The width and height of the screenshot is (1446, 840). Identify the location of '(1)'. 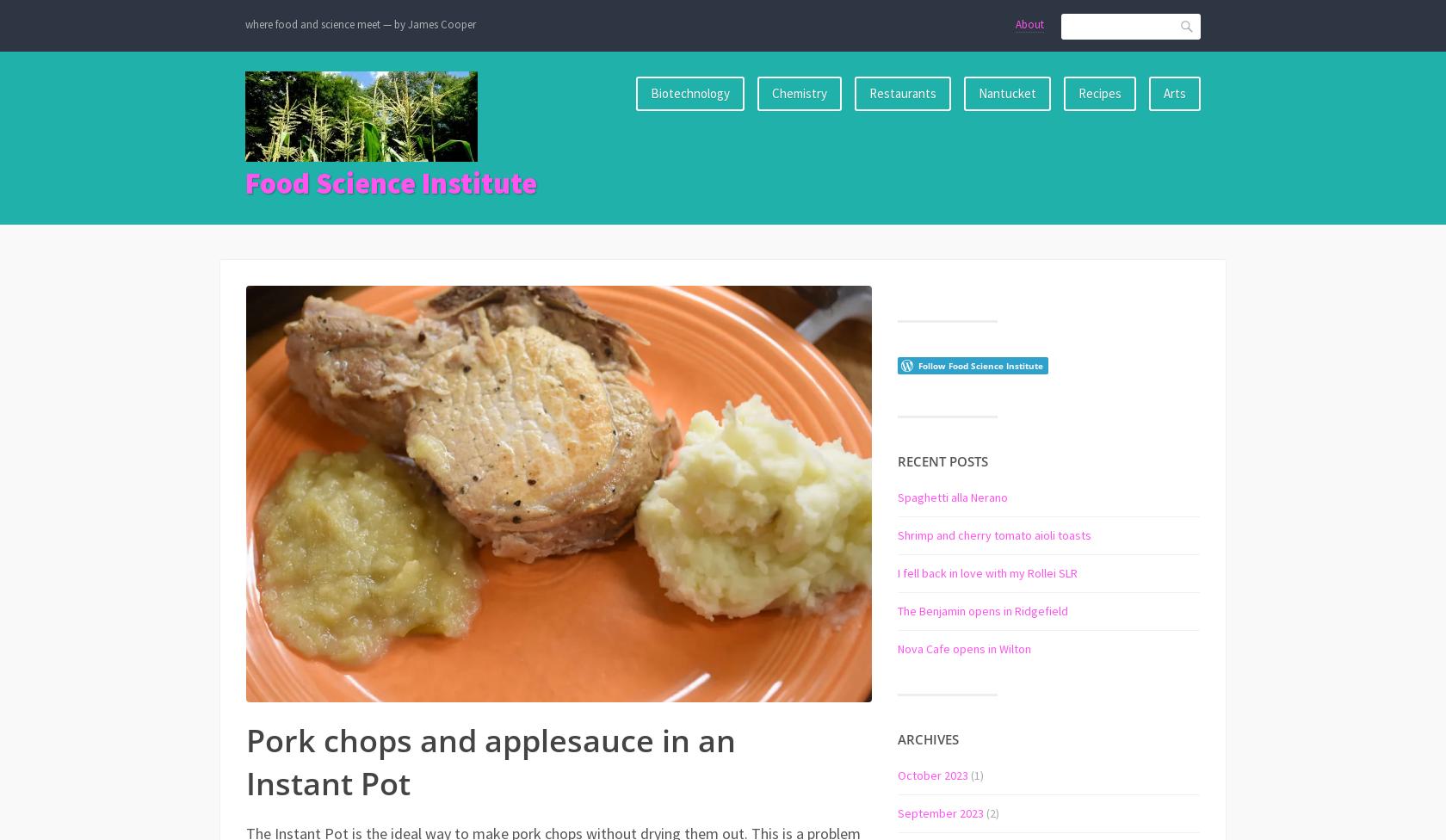
(976, 773).